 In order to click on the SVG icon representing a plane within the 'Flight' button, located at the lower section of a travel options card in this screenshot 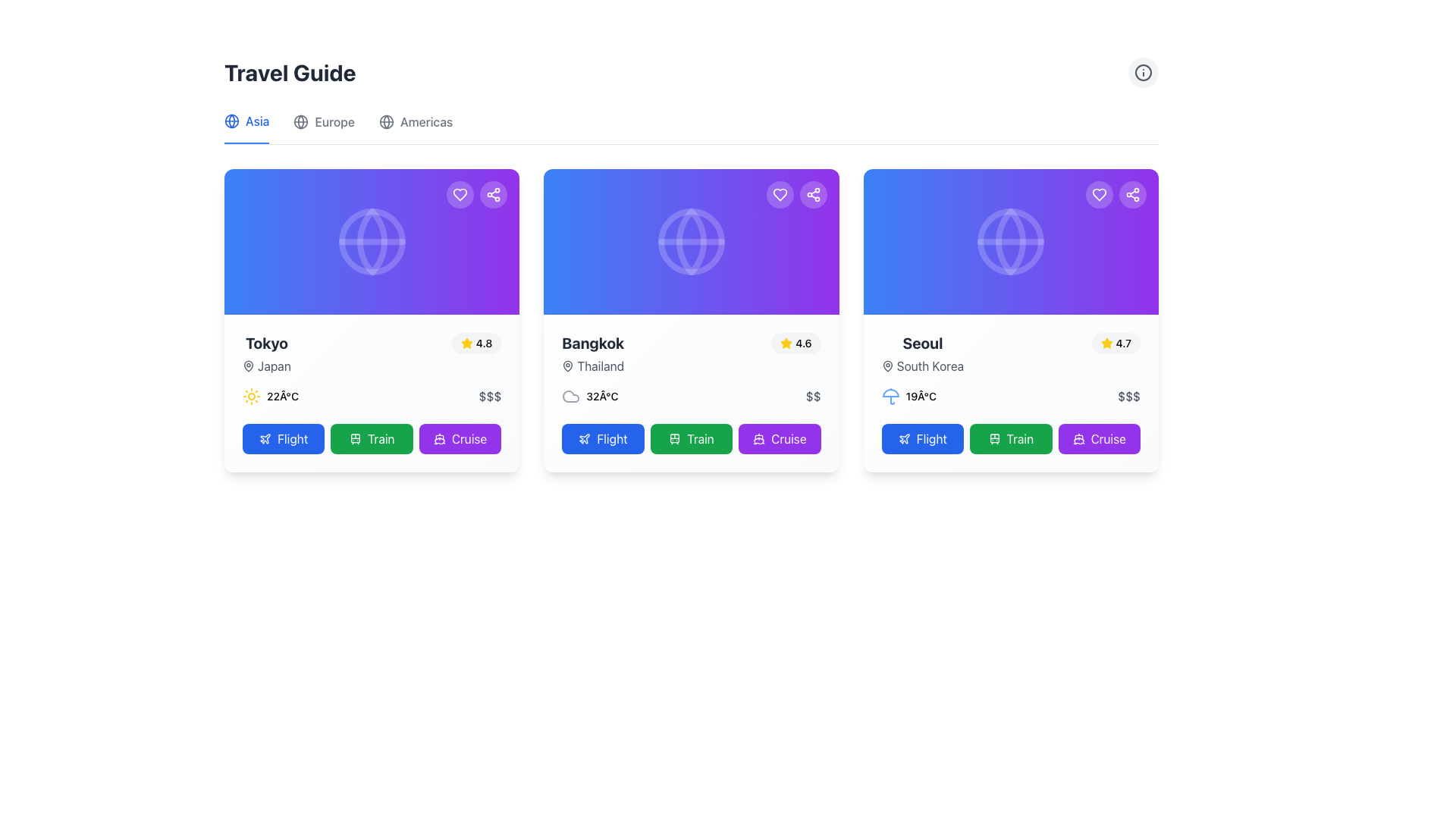, I will do `click(904, 438)`.